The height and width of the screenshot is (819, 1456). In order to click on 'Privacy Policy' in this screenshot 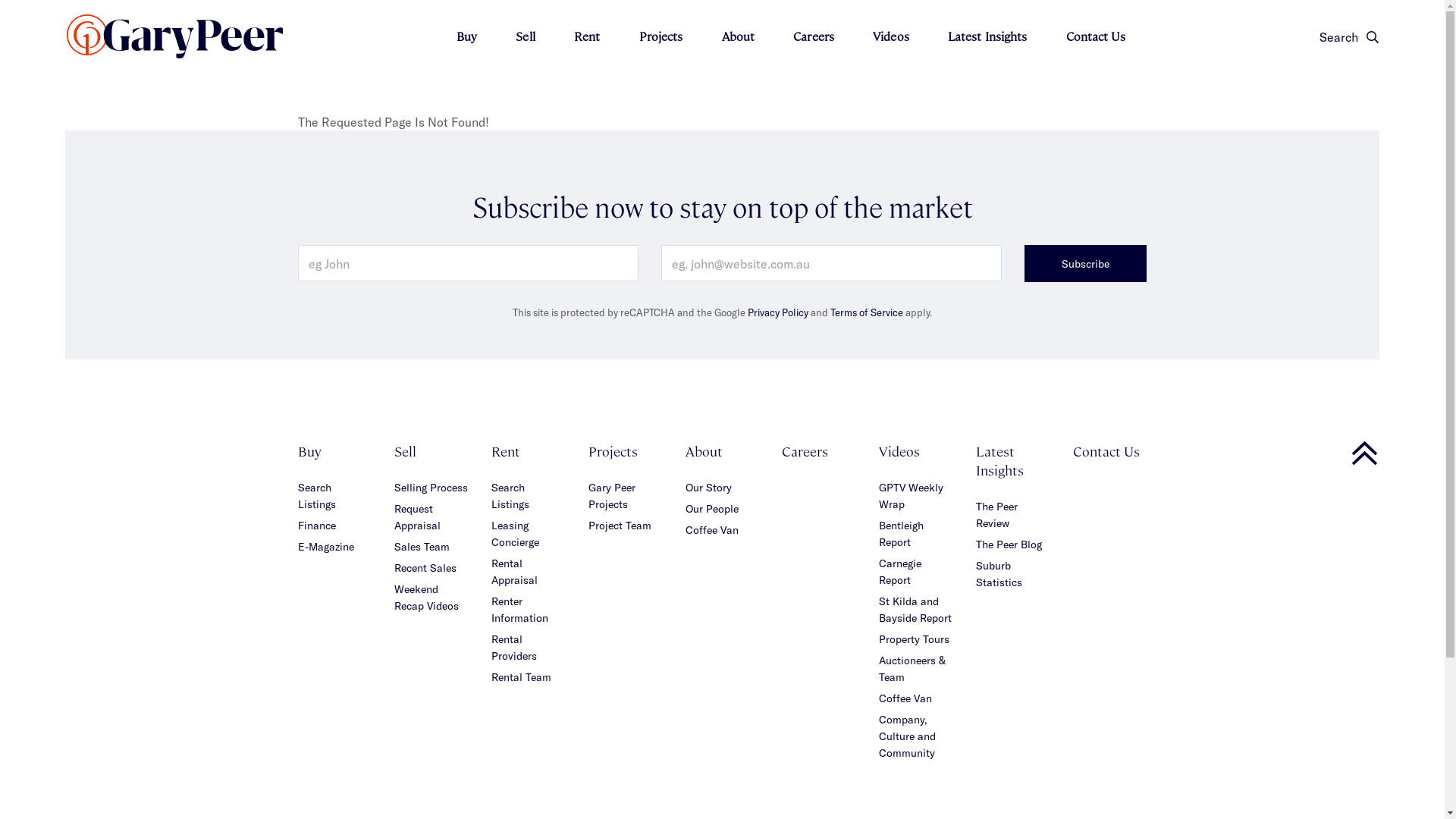, I will do `click(778, 312)`.